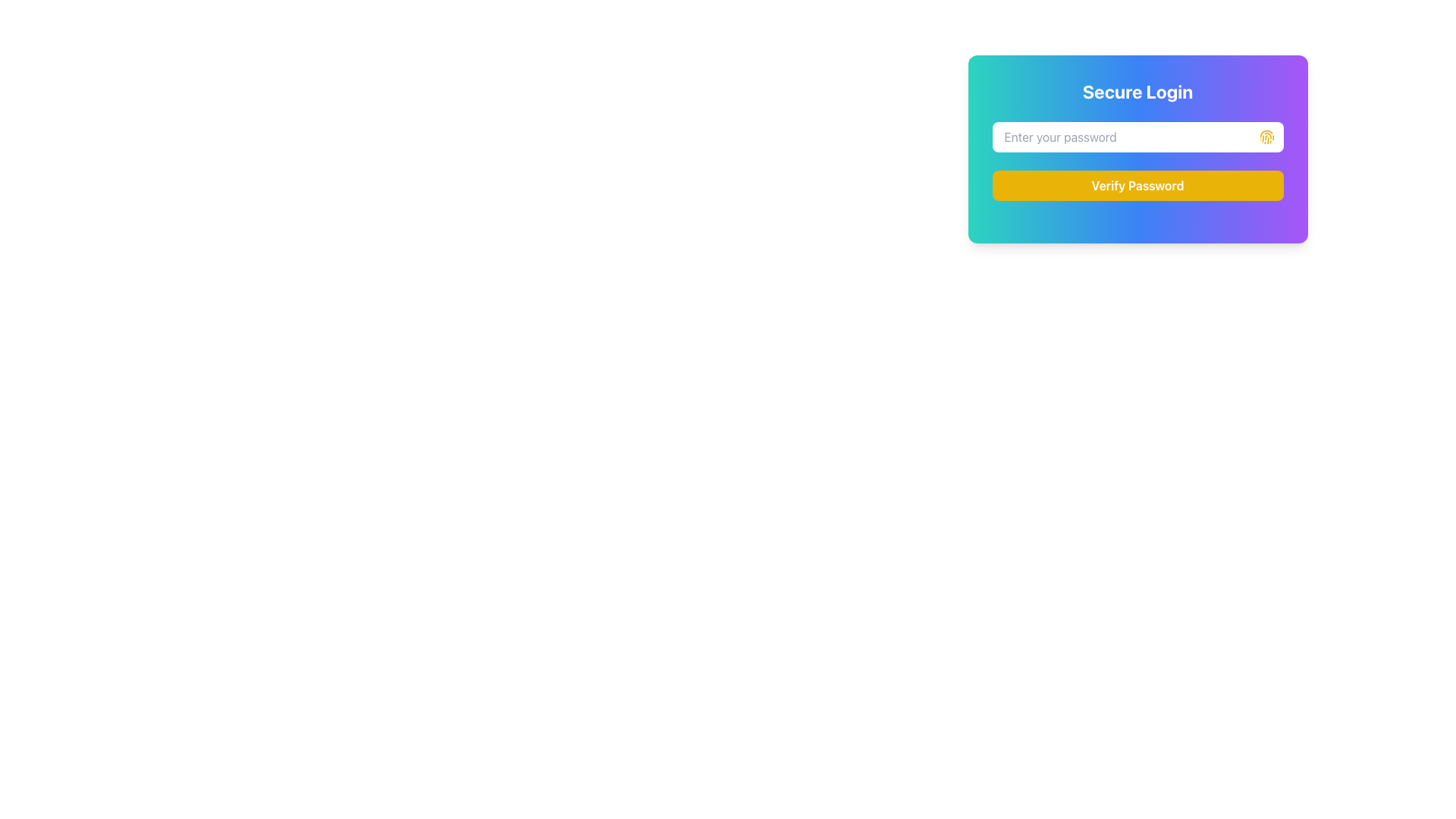 The image size is (1456, 819). Describe the element at coordinates (1266, 137) in the screenshot. I see `the bright yellow fingerprint icon located at the right edge of the password input field, aligned with its center` at that location.